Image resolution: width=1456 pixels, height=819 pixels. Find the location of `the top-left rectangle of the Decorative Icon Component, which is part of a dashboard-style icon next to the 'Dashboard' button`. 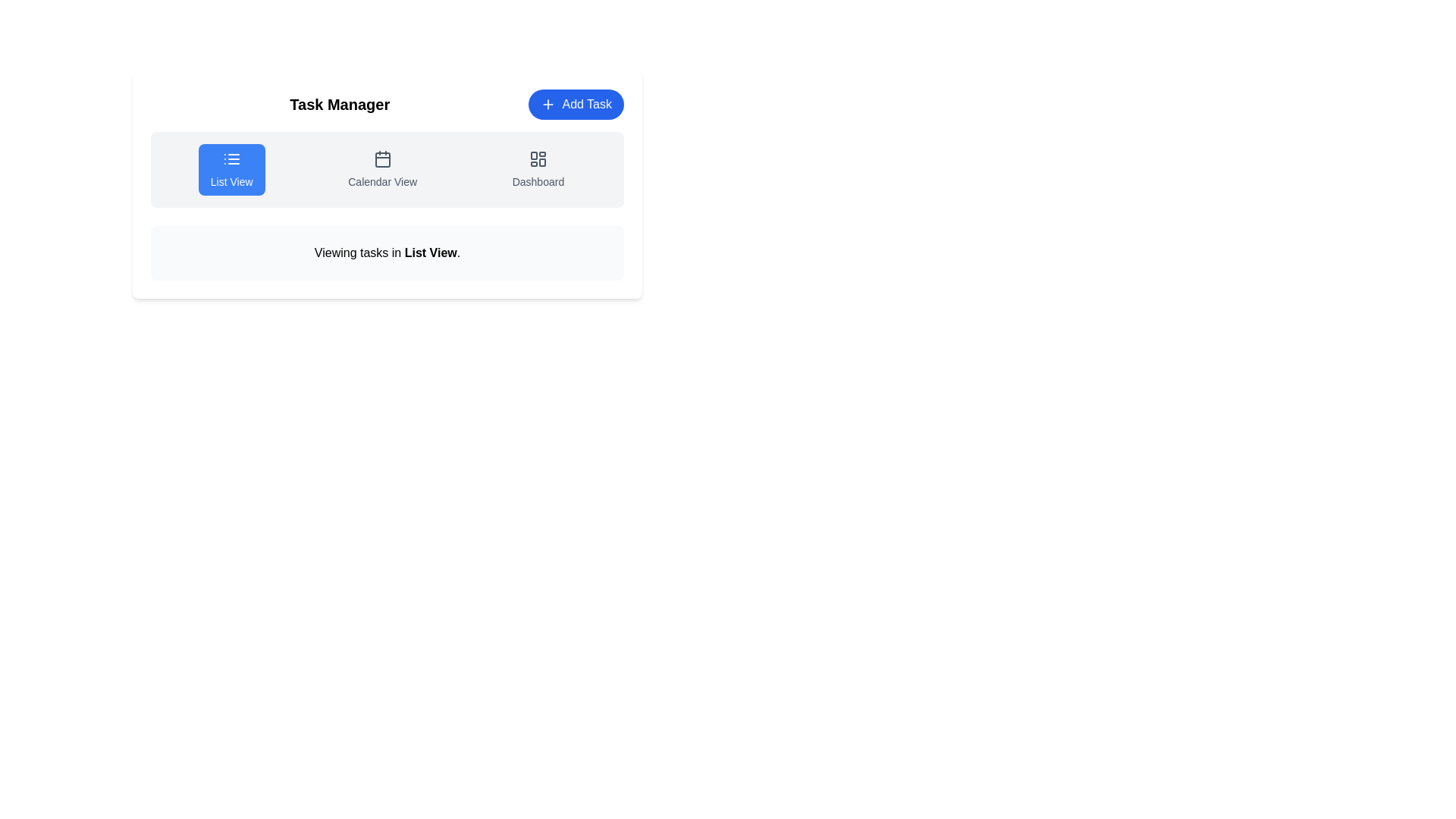

the top-left rectangle of the Decorative Icon Component, which is part of a dashboard-style icon next to the 'Dashboard' button is located at coordinates (534, 155).